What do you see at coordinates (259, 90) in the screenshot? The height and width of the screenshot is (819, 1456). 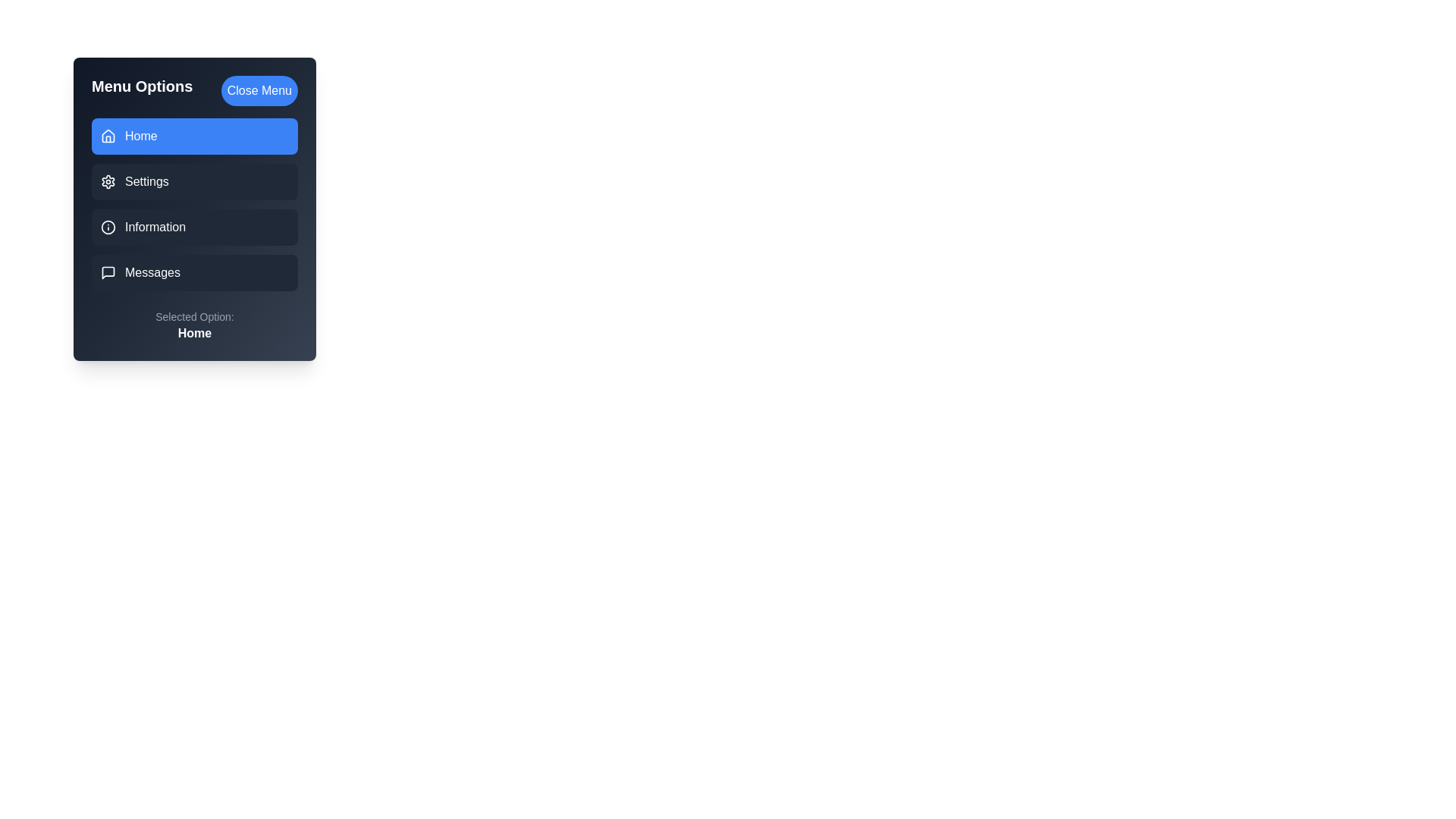 I see `the circular button with a blue background and white bold text that reads 'Close Menu'` at bounding box center [259, 90].